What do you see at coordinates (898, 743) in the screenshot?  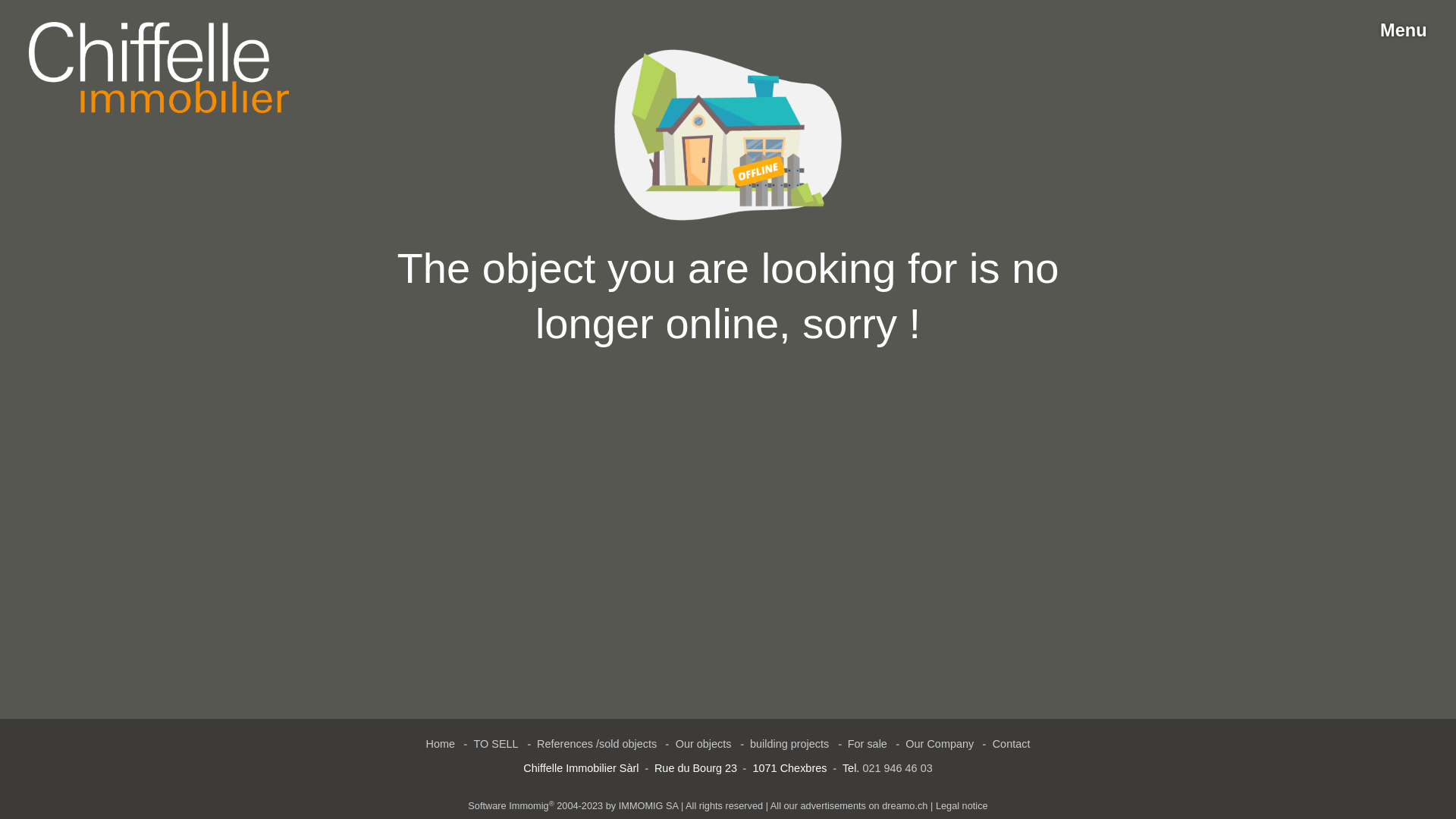 I see `'Our Company'` at bounding box center [898, 743].